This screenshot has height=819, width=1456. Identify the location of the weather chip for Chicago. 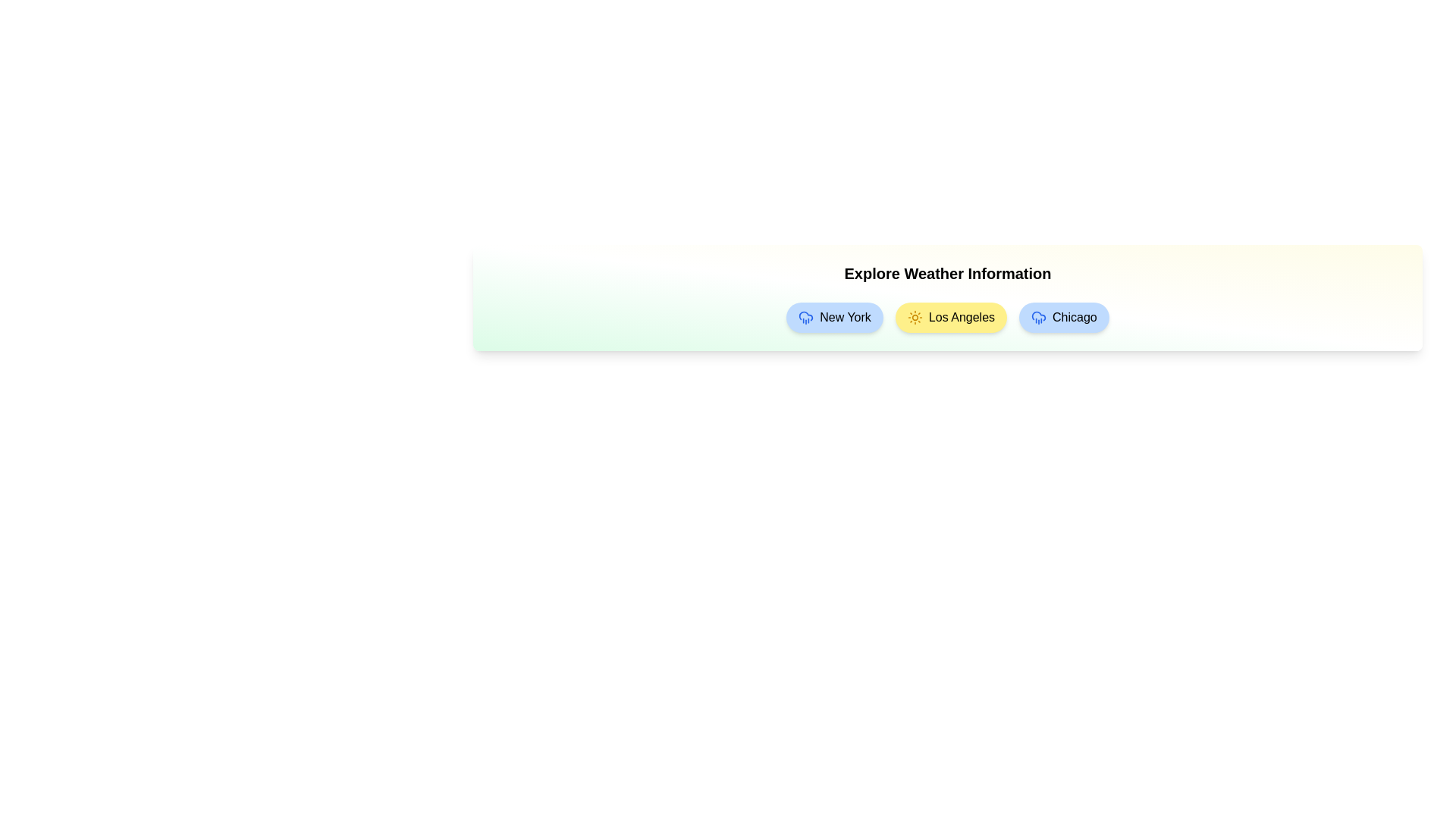
(1062, 317).